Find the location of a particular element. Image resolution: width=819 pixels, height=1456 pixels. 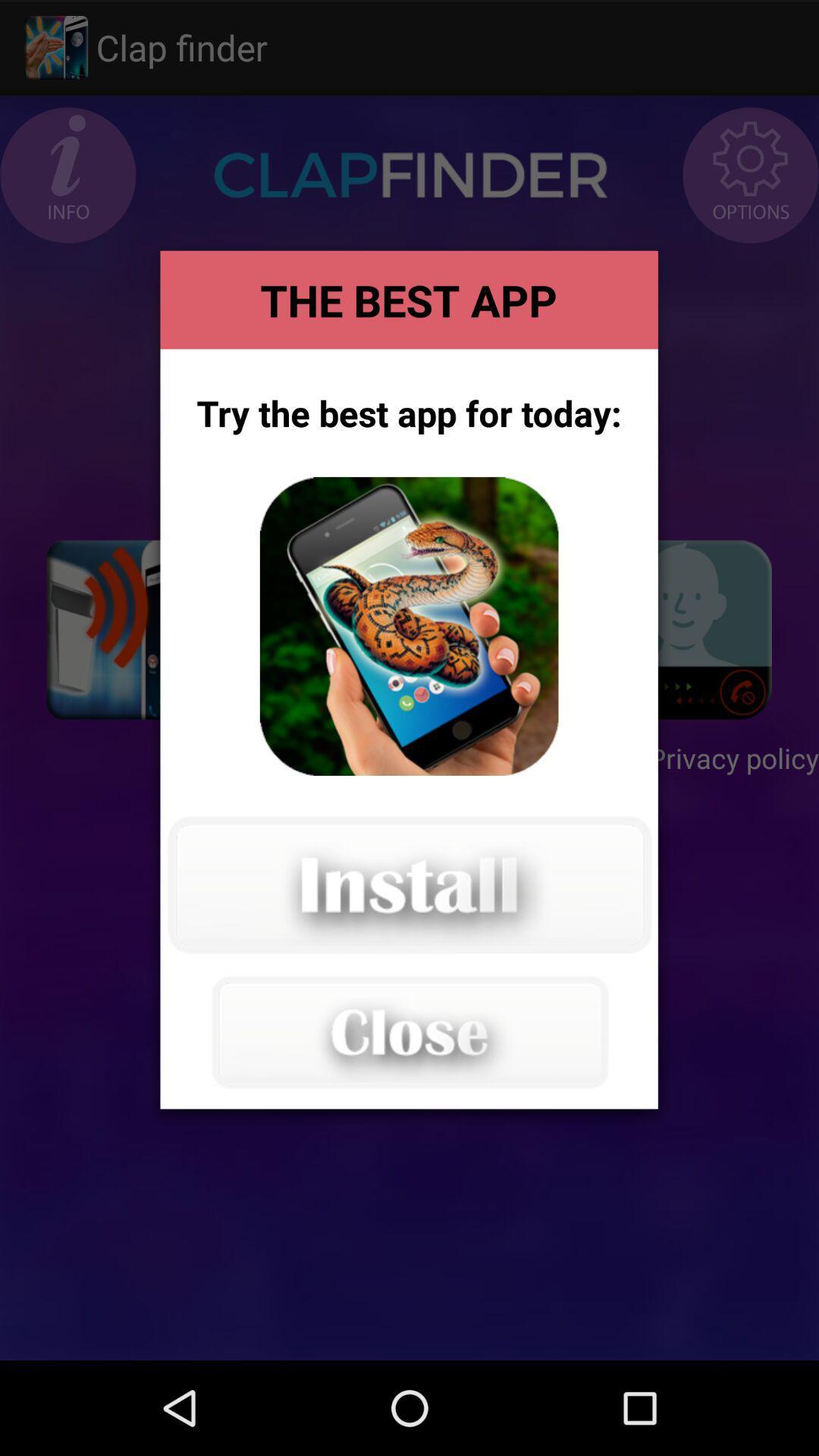

the advertisement is located at coordinates (408, 1031).